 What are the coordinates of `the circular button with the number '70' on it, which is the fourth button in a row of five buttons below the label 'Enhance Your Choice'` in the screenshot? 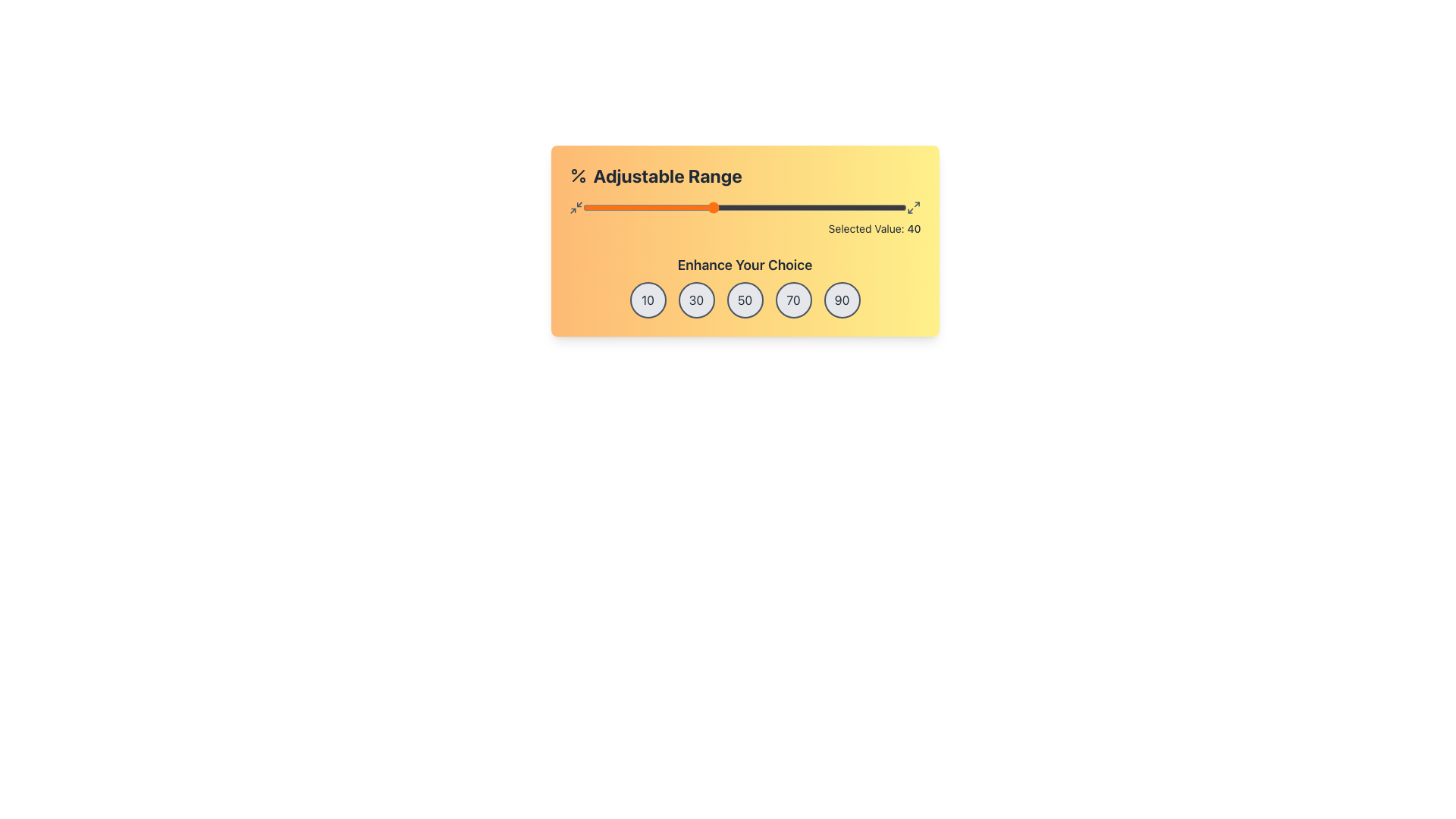 It's located at (792, 300).